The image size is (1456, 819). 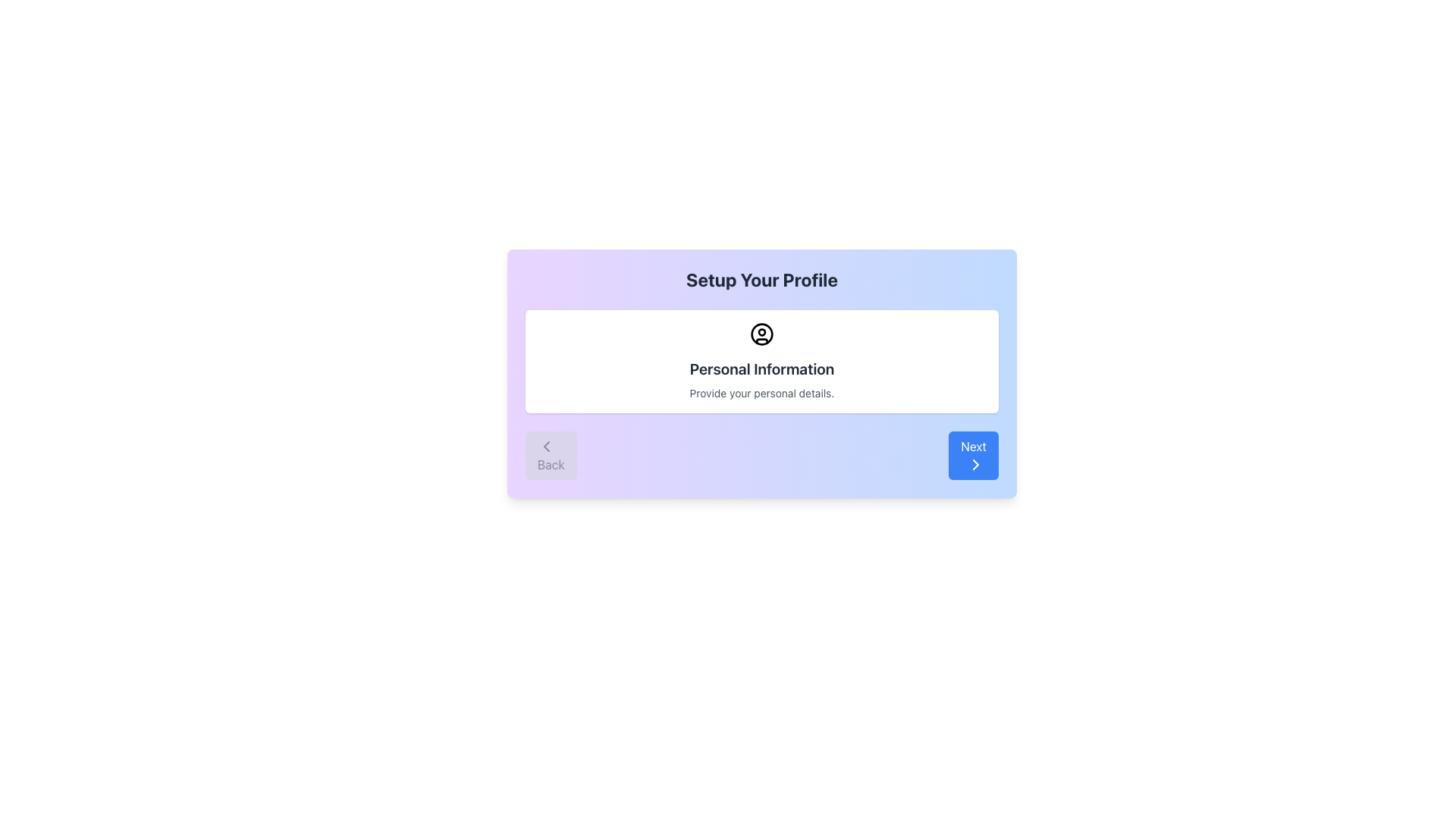 What do you see at coordinates (761, 280) in the screenshot?
I see `the 'Setup Your Profile' static text label, which is bold, large, and centered with a dark gray color on a gradient background` at bounding box center [761, 280].